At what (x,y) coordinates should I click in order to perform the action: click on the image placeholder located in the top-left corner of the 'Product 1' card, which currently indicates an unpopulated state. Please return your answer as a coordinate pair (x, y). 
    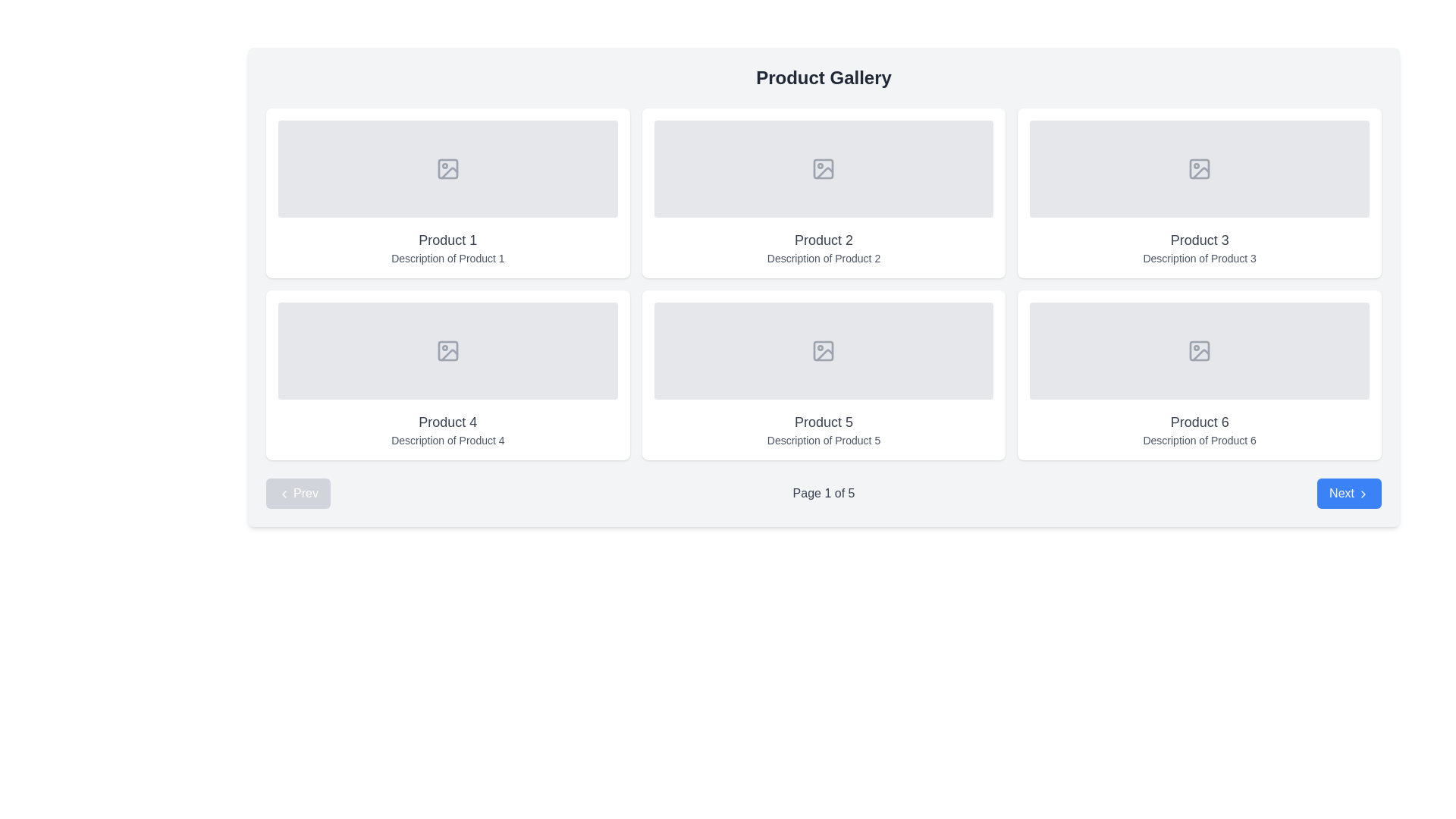
    Looking at the image, I should click on (447, 169).